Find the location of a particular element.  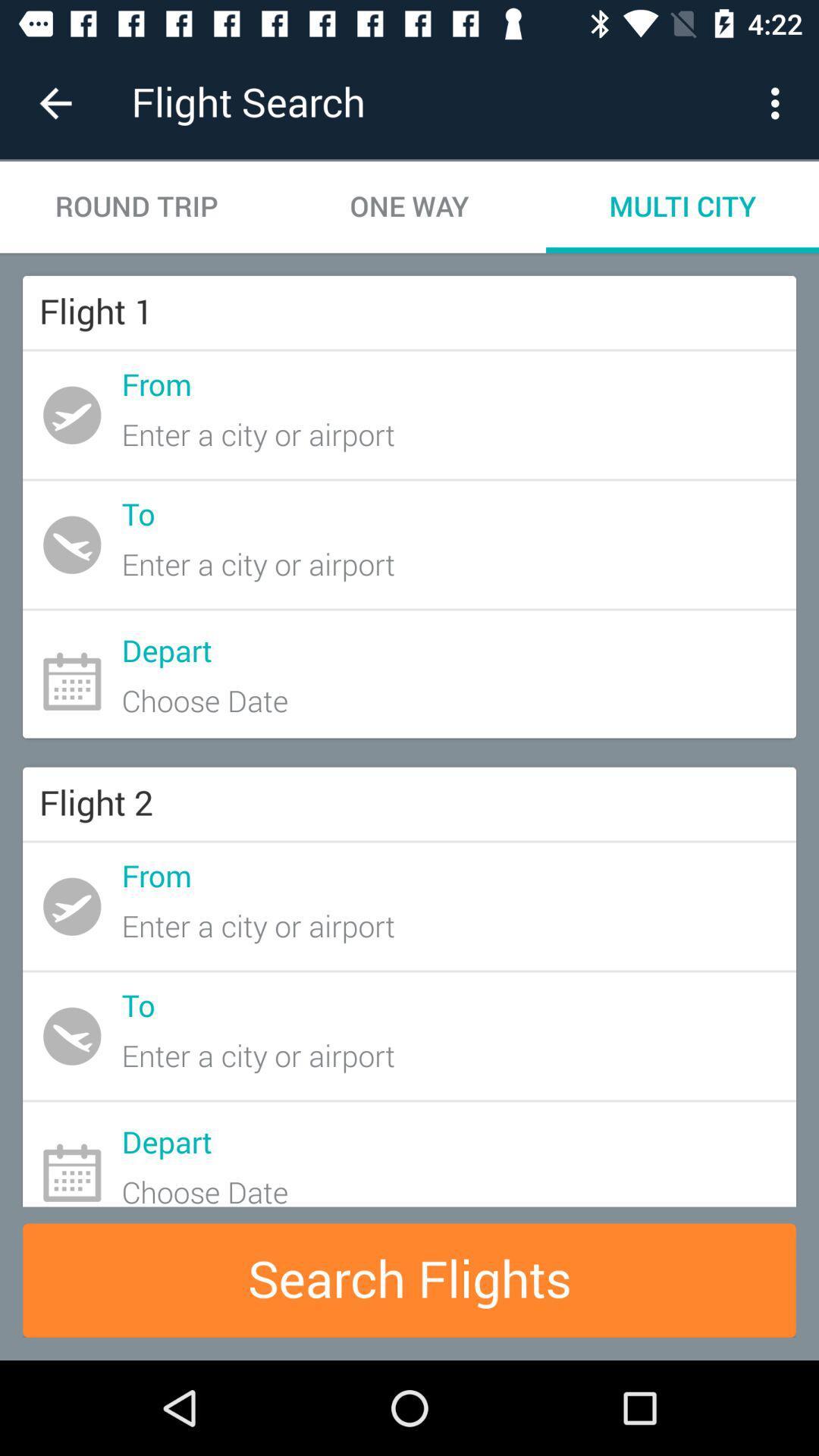

three vertical dots in the top right corner of the web page is located at coordinates (779, 103).